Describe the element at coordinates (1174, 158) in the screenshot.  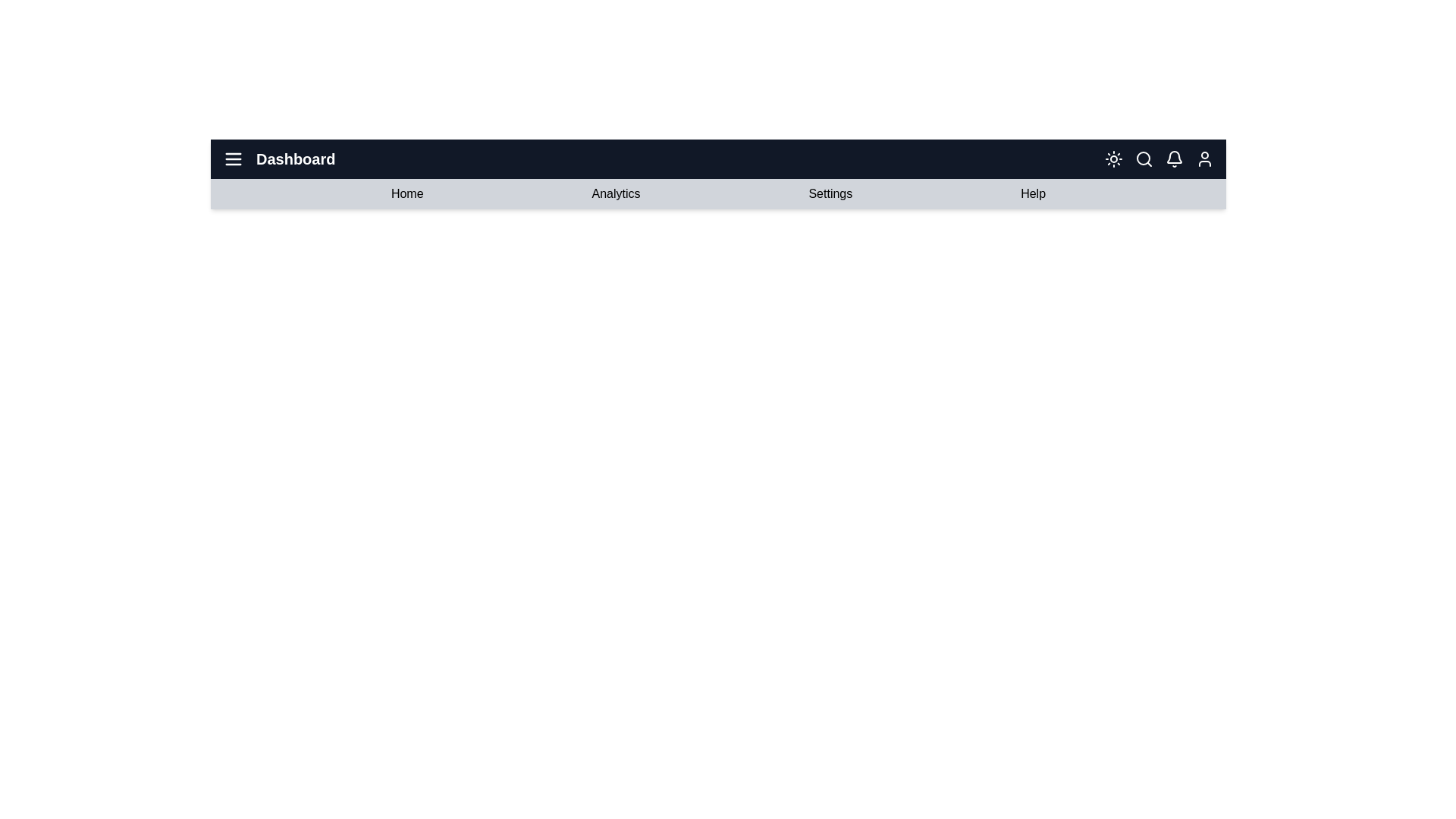
I see `the bell icon to view notifications` at that location.